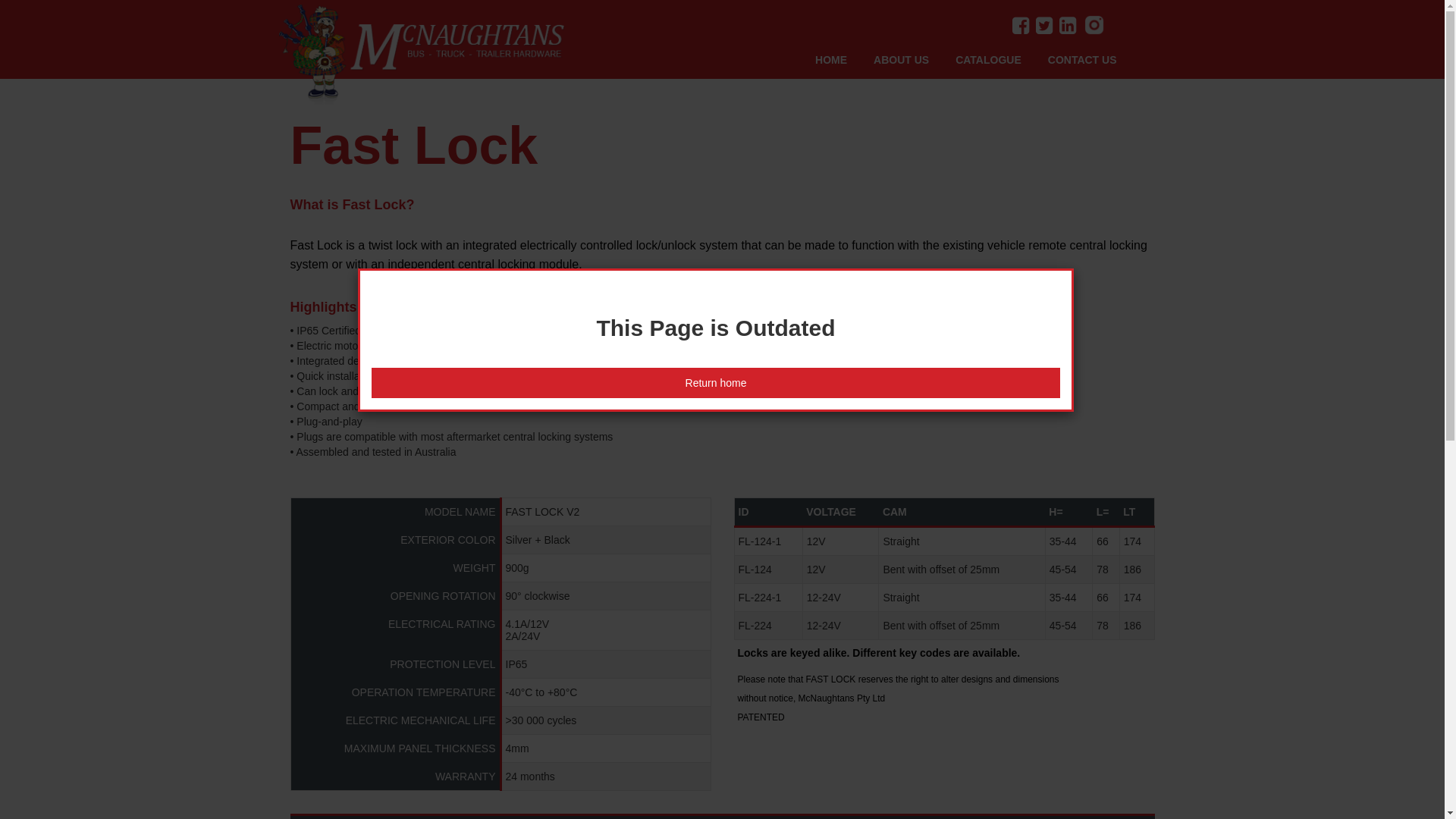 This screenshot has height=819, width=1456. Describe the element at coordinates (715, 382) in the screenshot. I see `'Return home'` at that location.